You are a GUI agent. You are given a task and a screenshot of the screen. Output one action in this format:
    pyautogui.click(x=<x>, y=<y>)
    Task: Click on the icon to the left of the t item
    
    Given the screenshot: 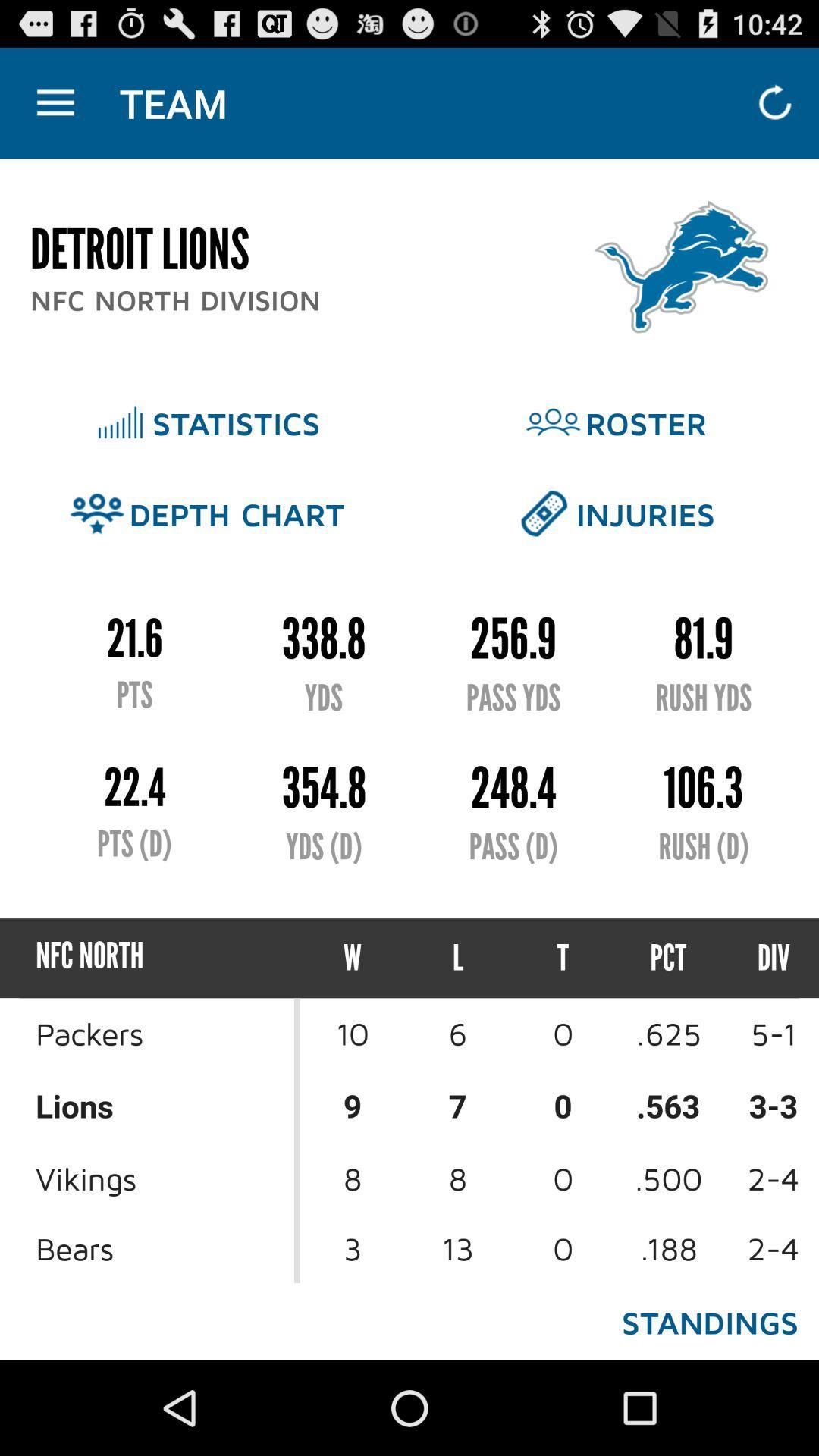 What is the action you would take?
    pyautogui.click(x=457, y=957)
    